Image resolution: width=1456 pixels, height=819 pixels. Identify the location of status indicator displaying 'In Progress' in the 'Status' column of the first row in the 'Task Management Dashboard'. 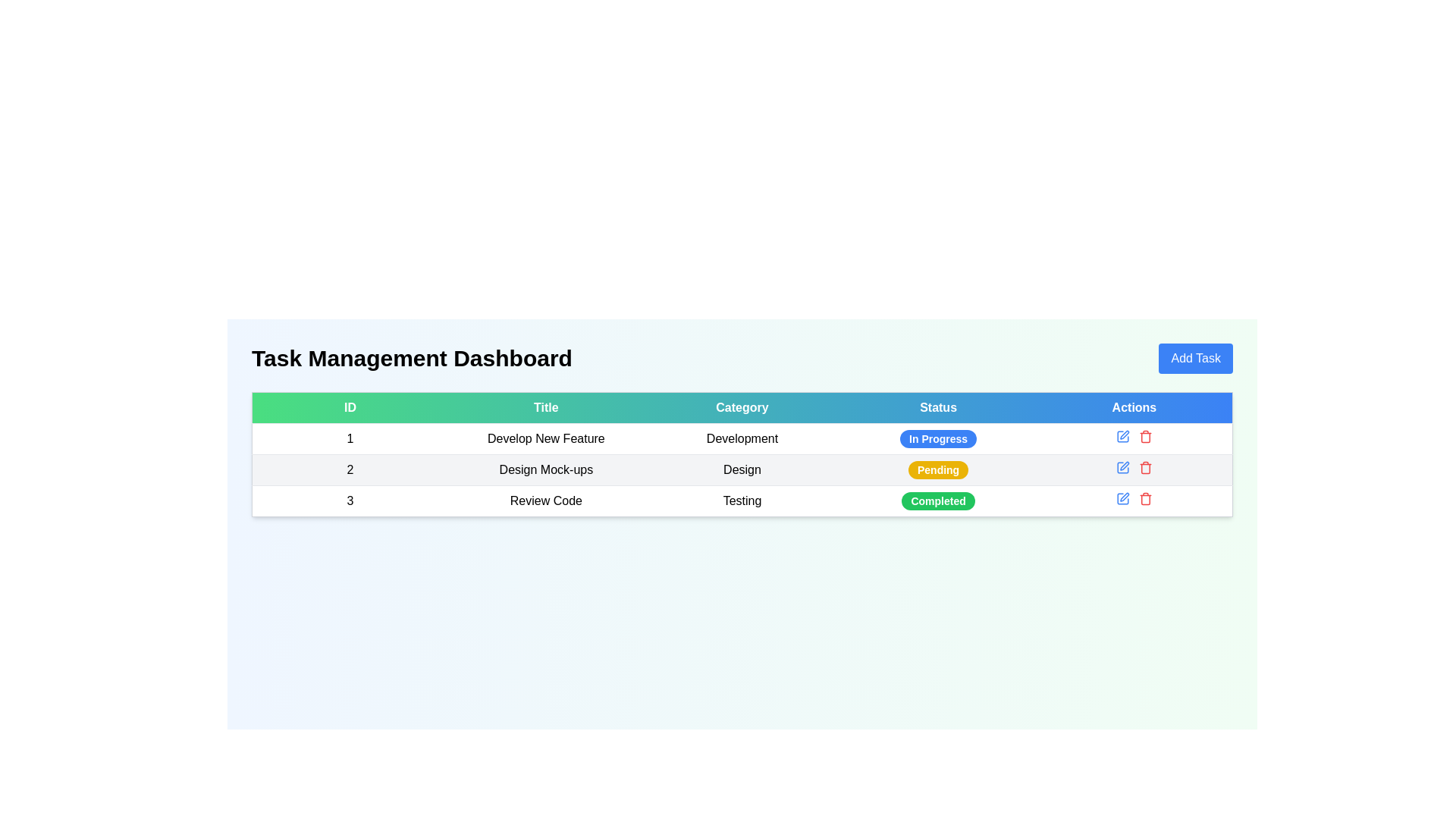
(937, 438).